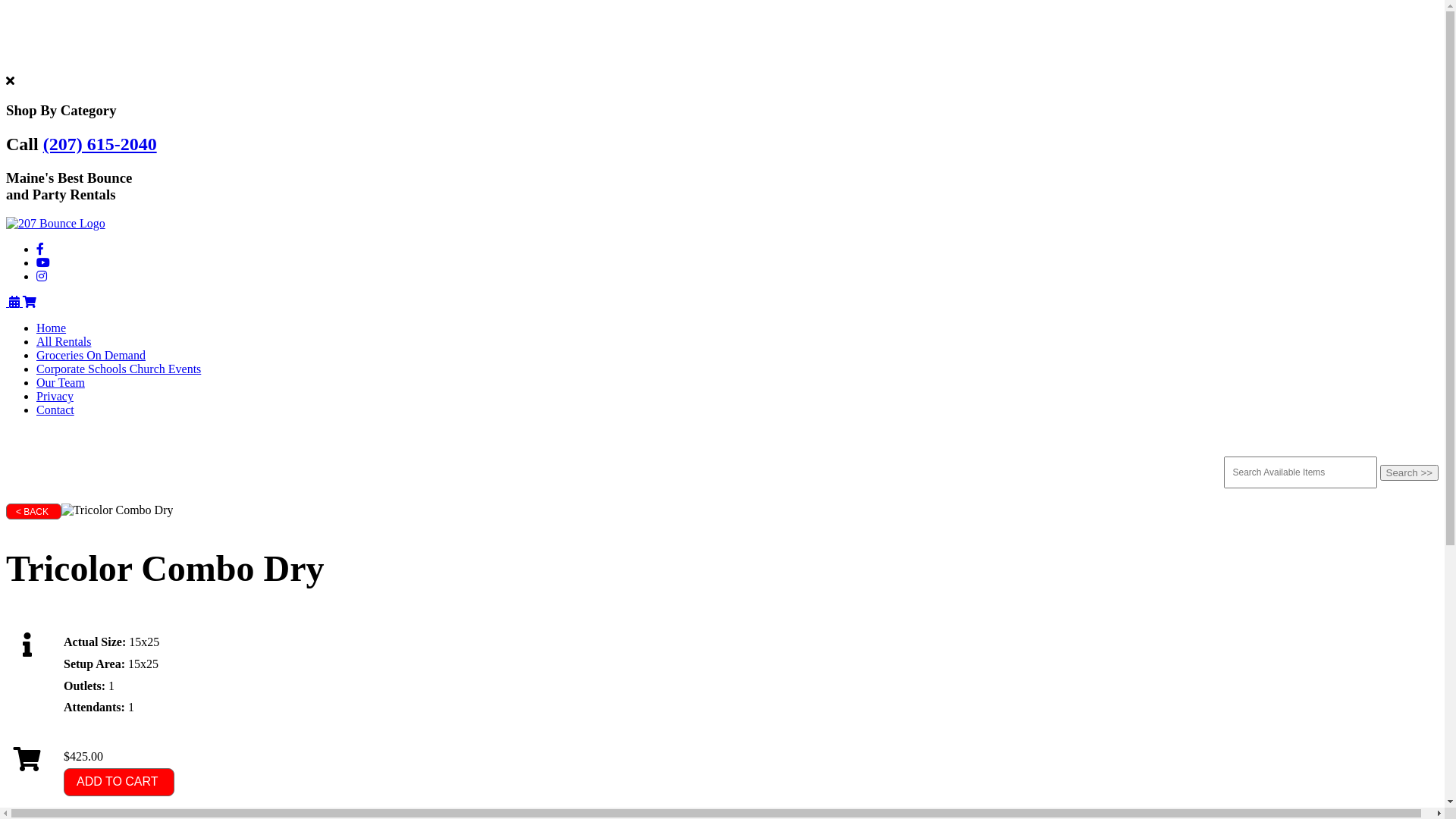 The height and width of the screenshot is (819, 1456). What do you see at coordinates (90, 355) in the screenshot?
I see `'Groceries On Demand'` at bounding box center [90, 355].